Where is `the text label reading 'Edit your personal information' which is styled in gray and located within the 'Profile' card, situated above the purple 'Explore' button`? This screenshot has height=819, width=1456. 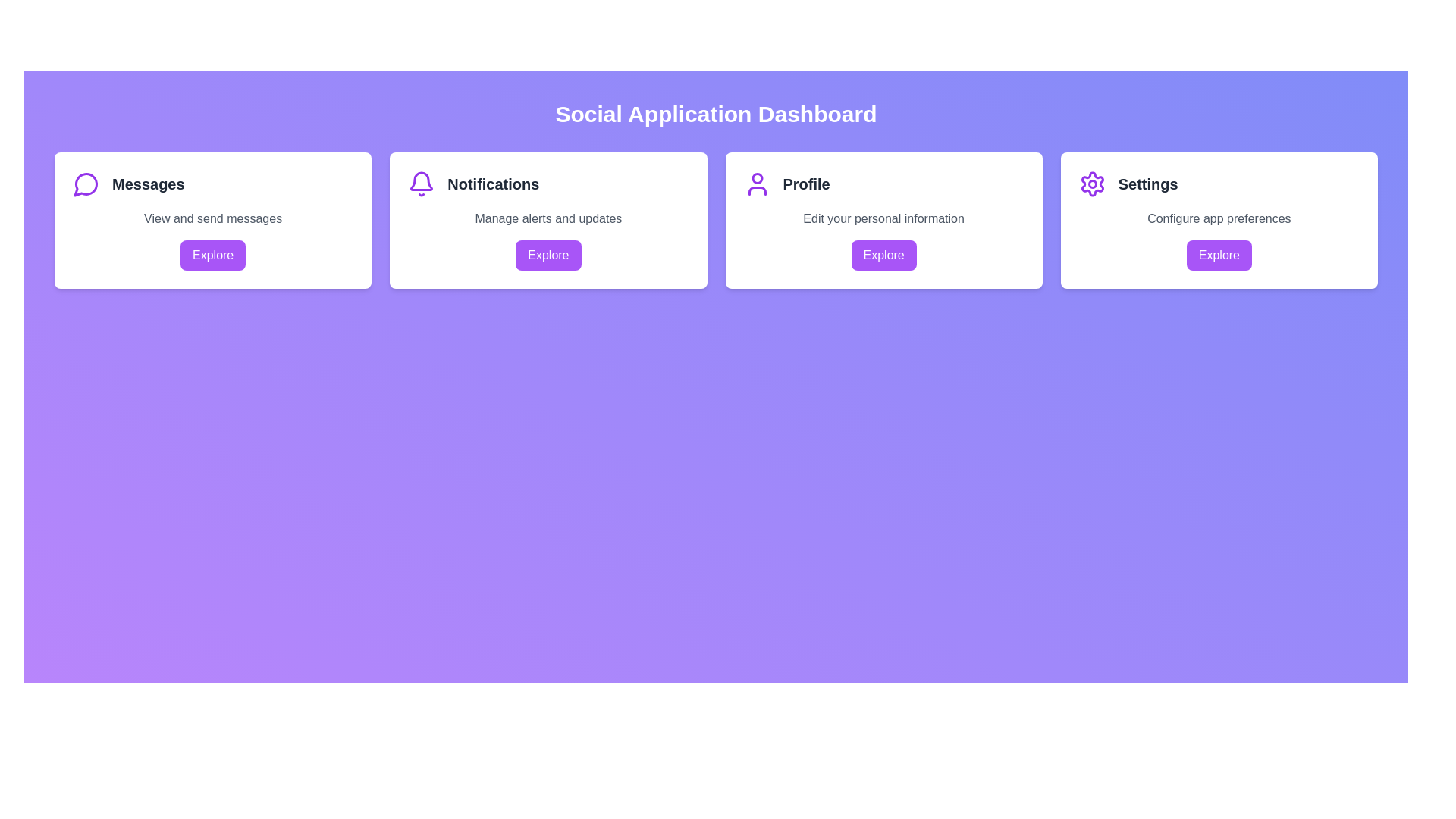
the text label reading 'Edit your personal information' which is styled in gray and located within the 'Profile' card, situated above the purple 'Explore' button is located at coordinates (883, 219).